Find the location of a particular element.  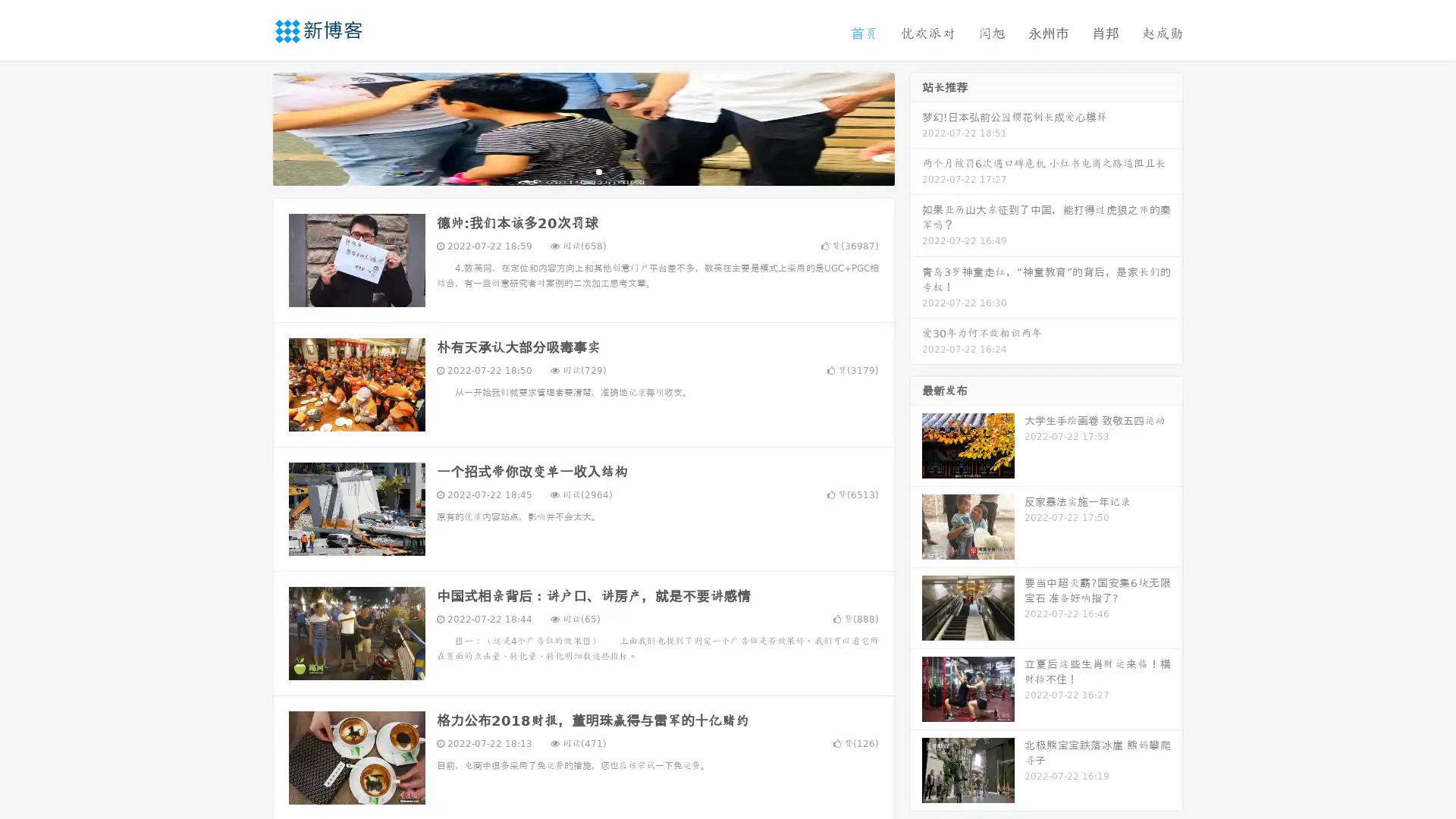

Go to slide 2 is located at coordinates (582, 171).